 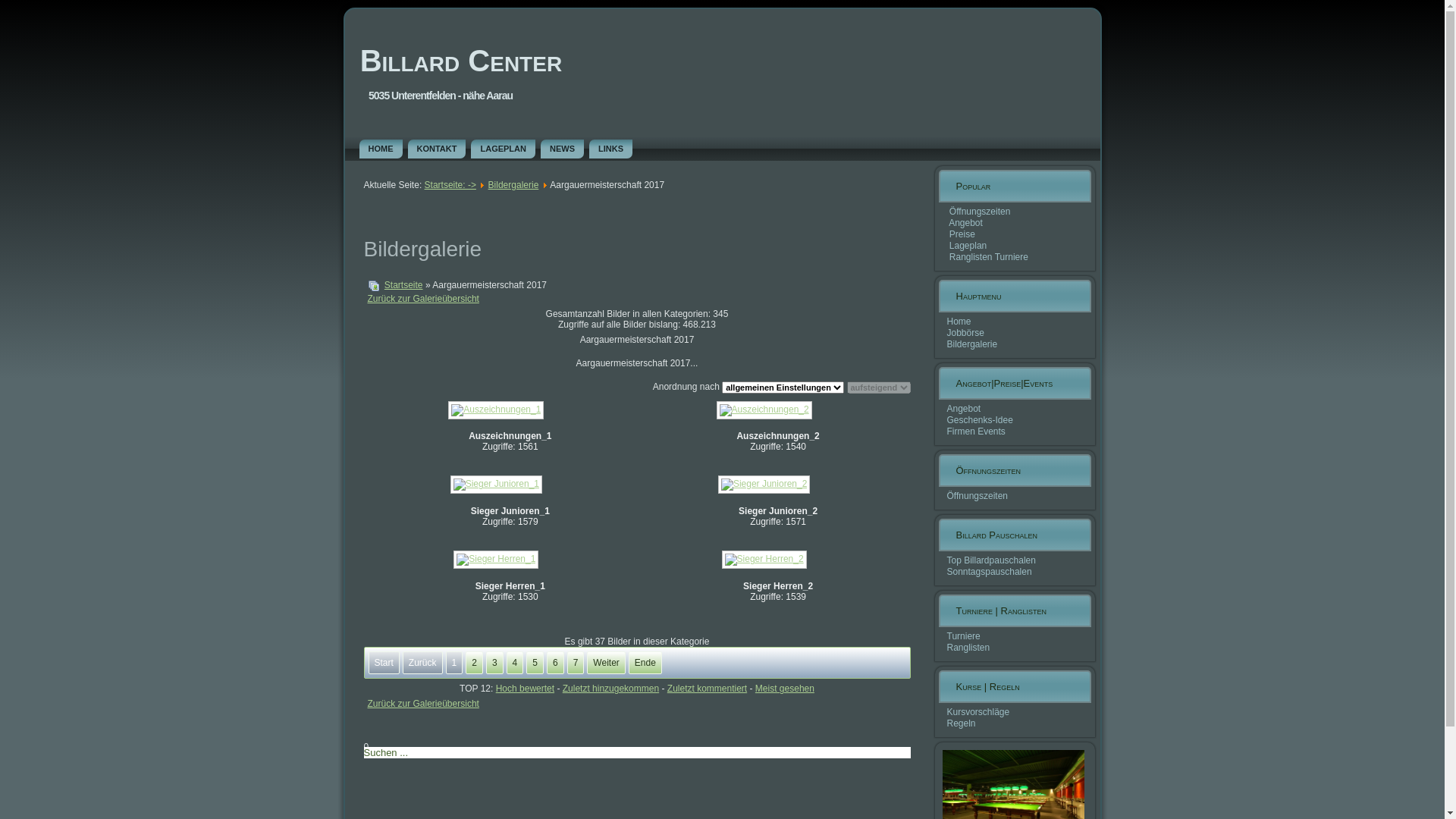 What do you see at coordinates (962, 636) in the screenshot?
I see `'Turniere'` at bounding box center [962, 636].